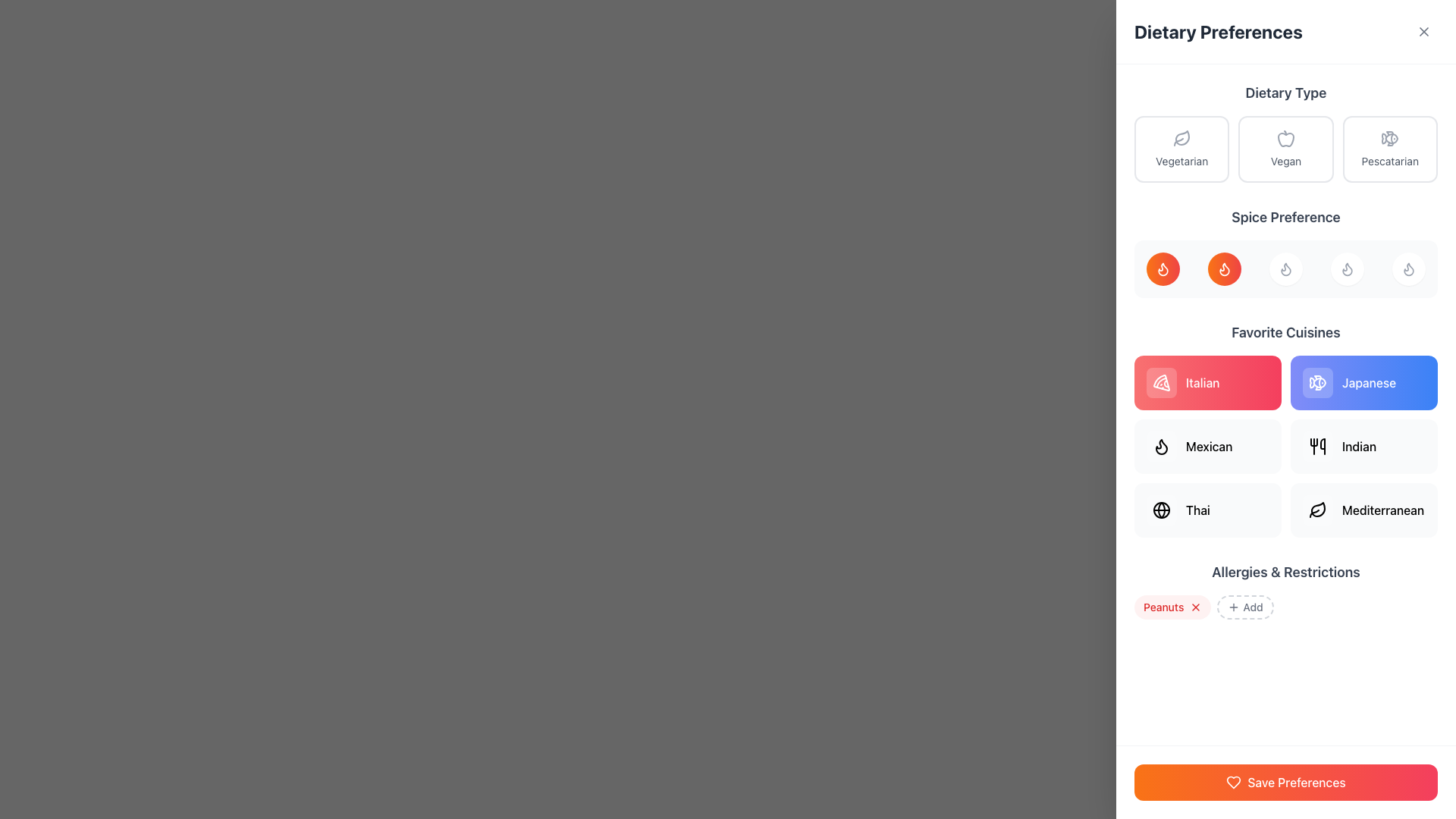 The width and height of the screenshot is (1456, 819). Describe the element at coordinates (1364, 510) in the screenshot. I see `the selectable option labeled 'Mediterranean' which features a leaf icon, located as the sixth option in the 'Favorite Cuisines' section` at that location.